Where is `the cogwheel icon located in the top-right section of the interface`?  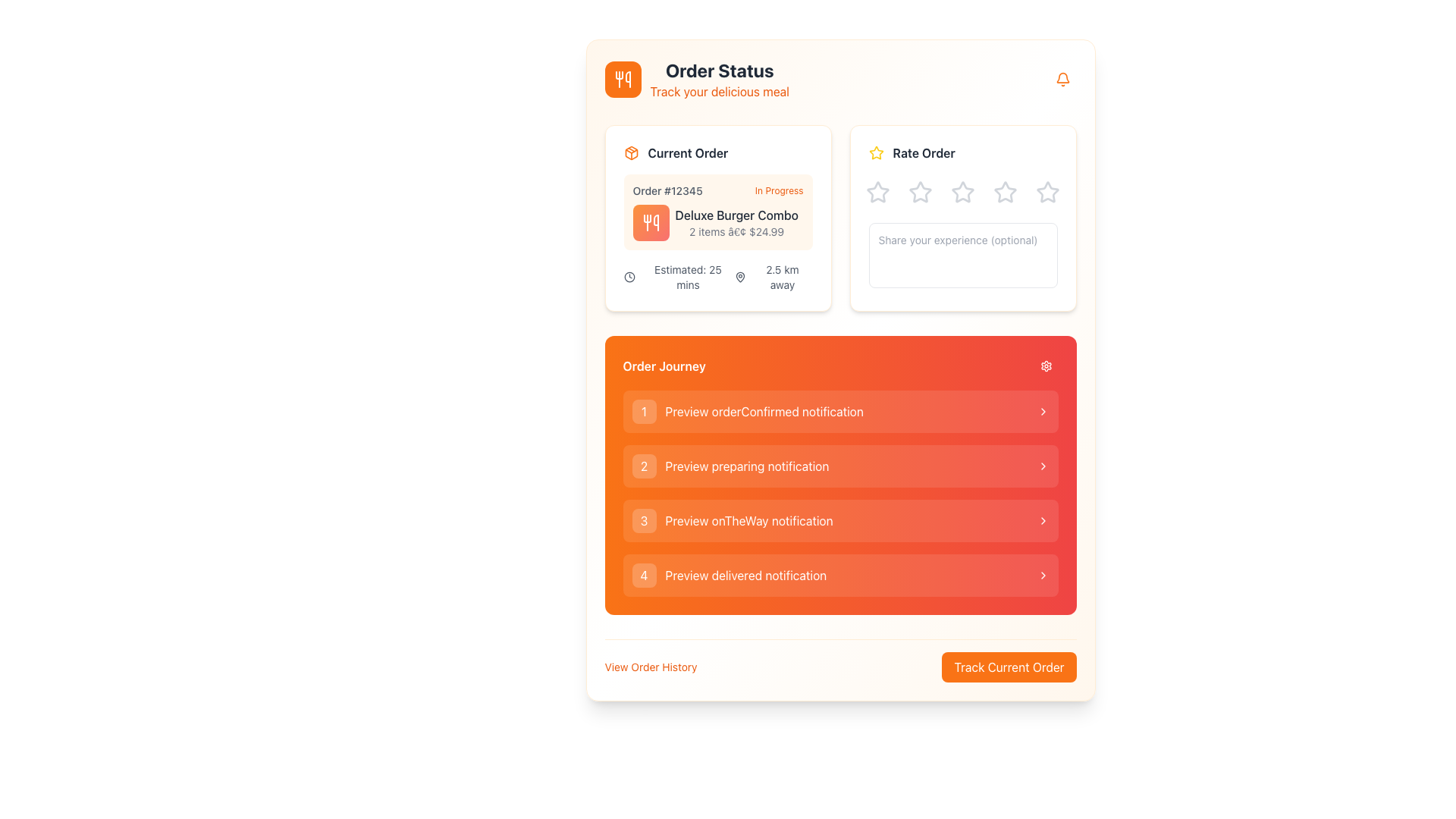 the cogwheel icon located in the top-right section of the interface is located at coordinates (1045, 366).